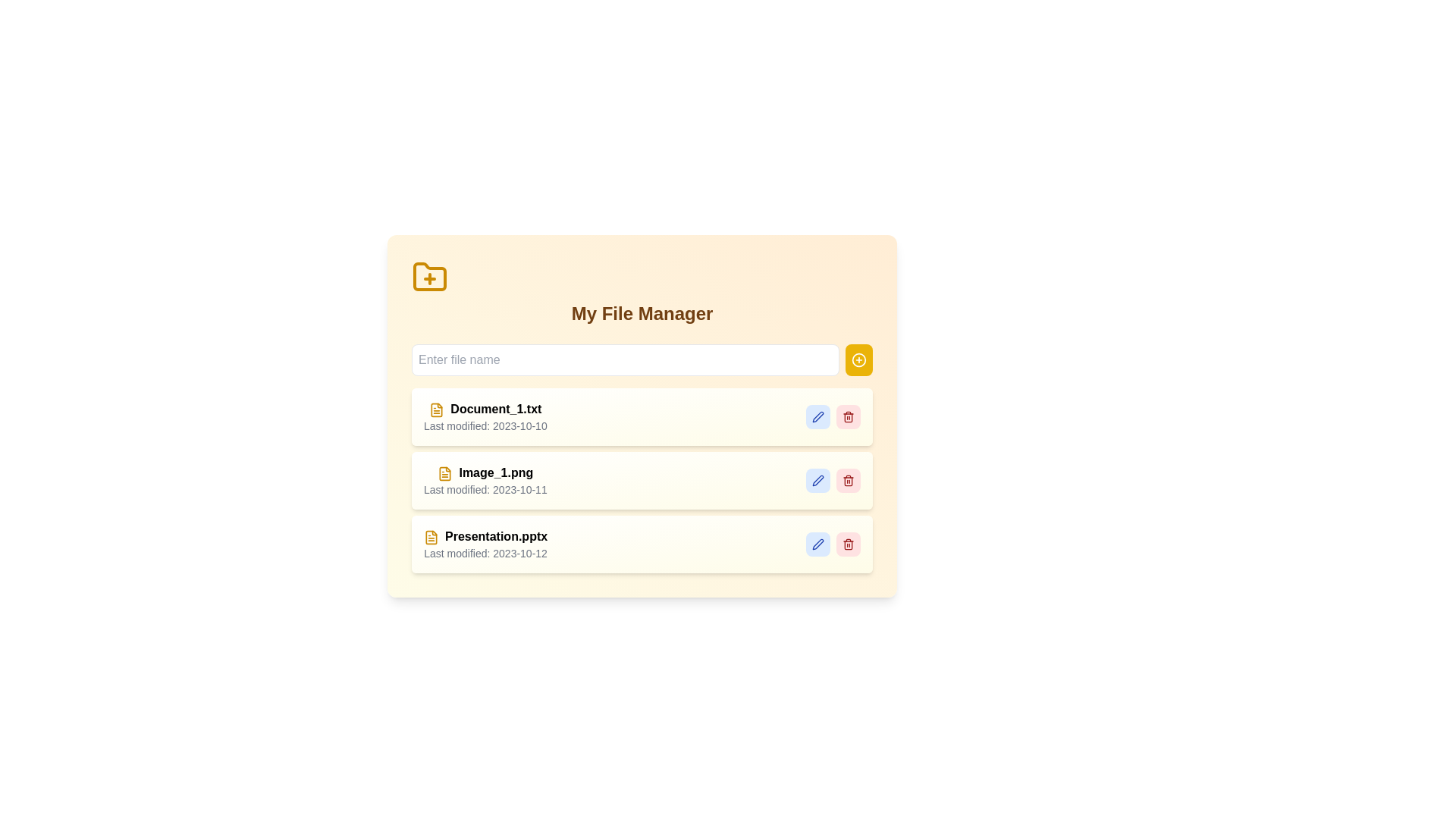  I want to click on the edit button for the file 'Presentation.pptx', which is the first button in a horizontal arrangement of two buttons located at the right end of the row, so click(817, 543).